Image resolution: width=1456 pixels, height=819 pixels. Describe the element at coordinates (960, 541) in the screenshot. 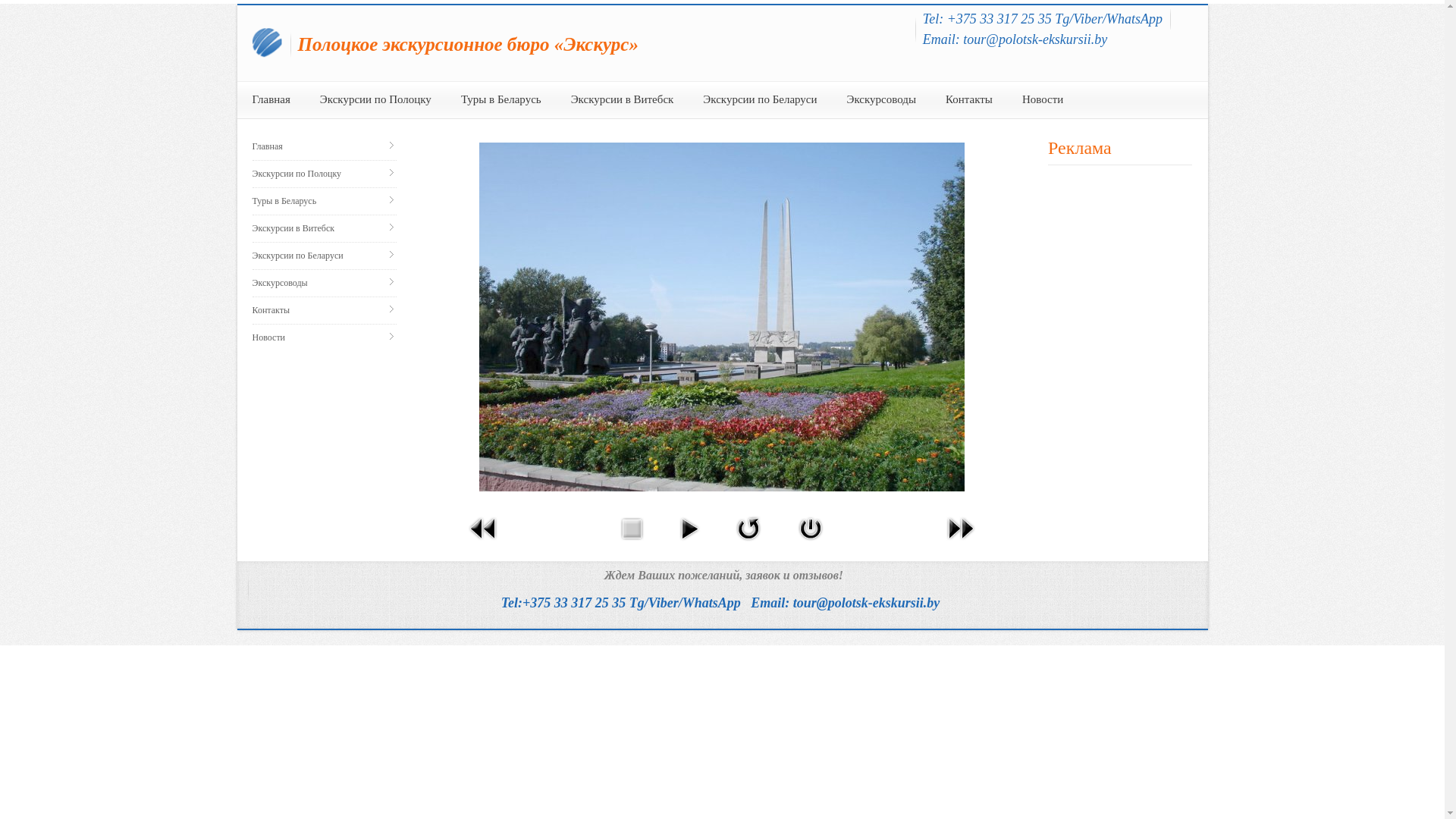

I see `'Next Image'` at that location.